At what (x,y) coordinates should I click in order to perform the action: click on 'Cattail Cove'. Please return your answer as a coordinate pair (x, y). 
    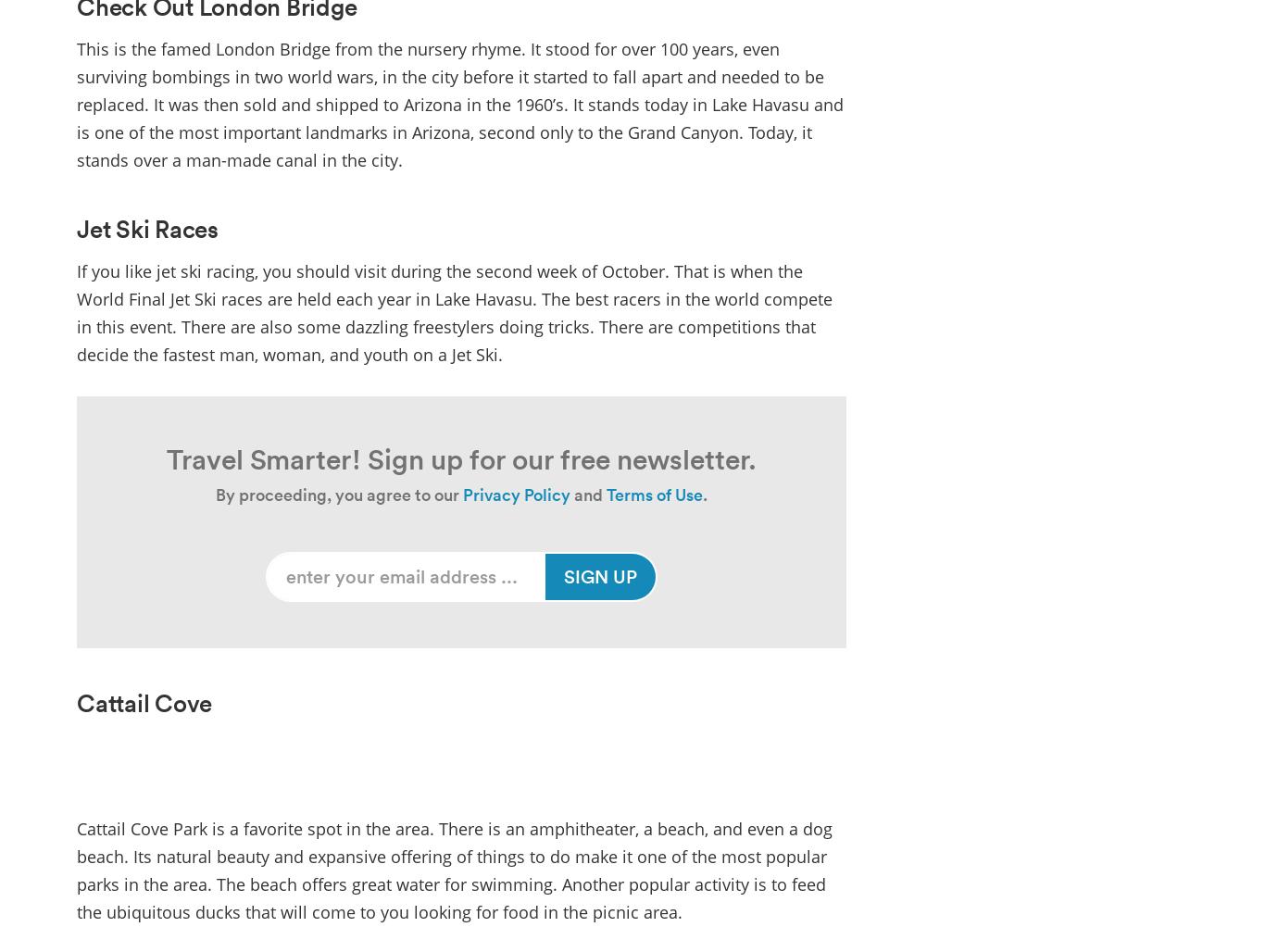
    Looking at the image, I should click on (143, 702).